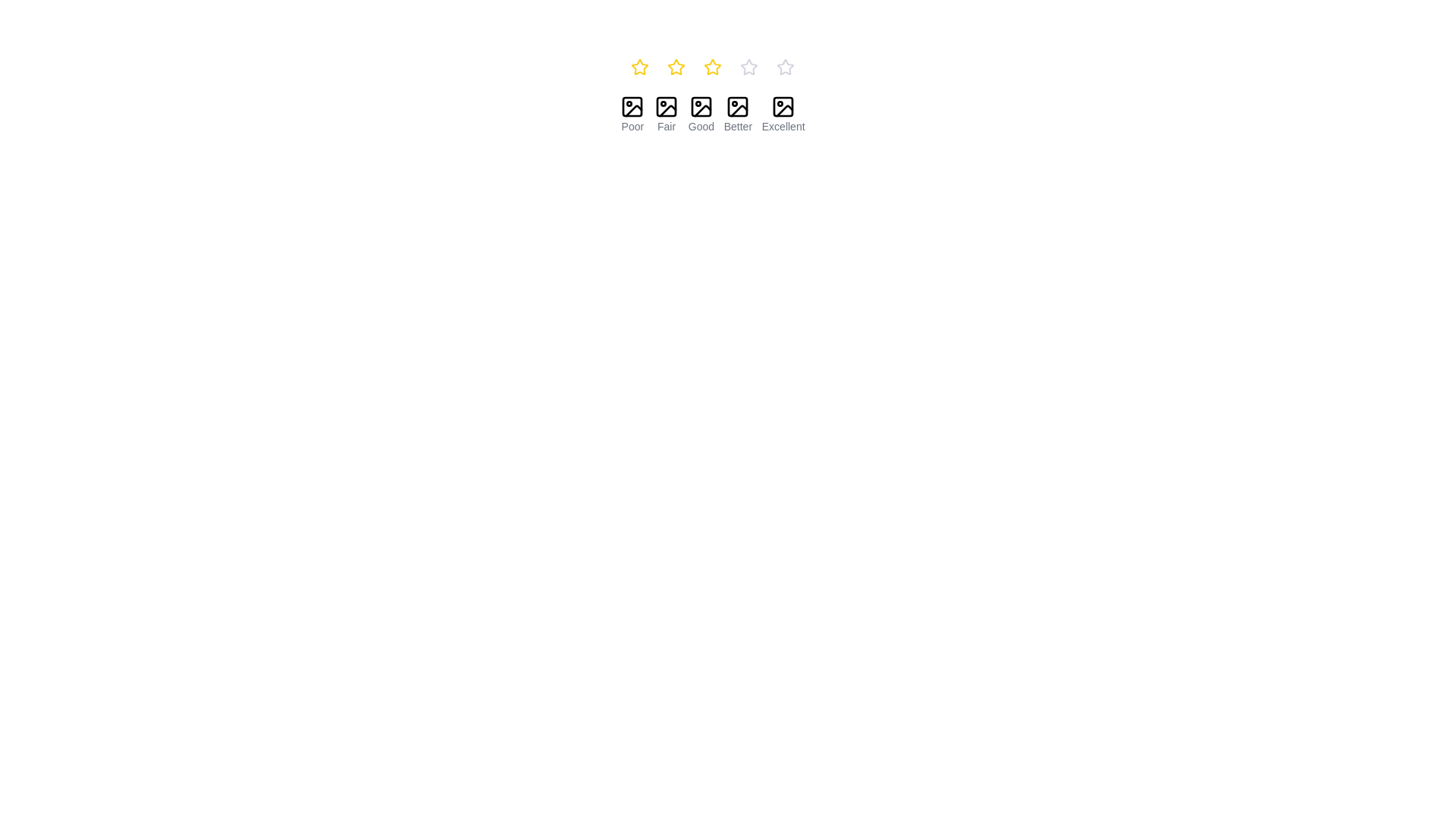  What do you see at coordinates (712, 66) in the screenshot?
I see `the third star icon in the rating system to set the rating to three out of five` at bounding box center [712, 66].